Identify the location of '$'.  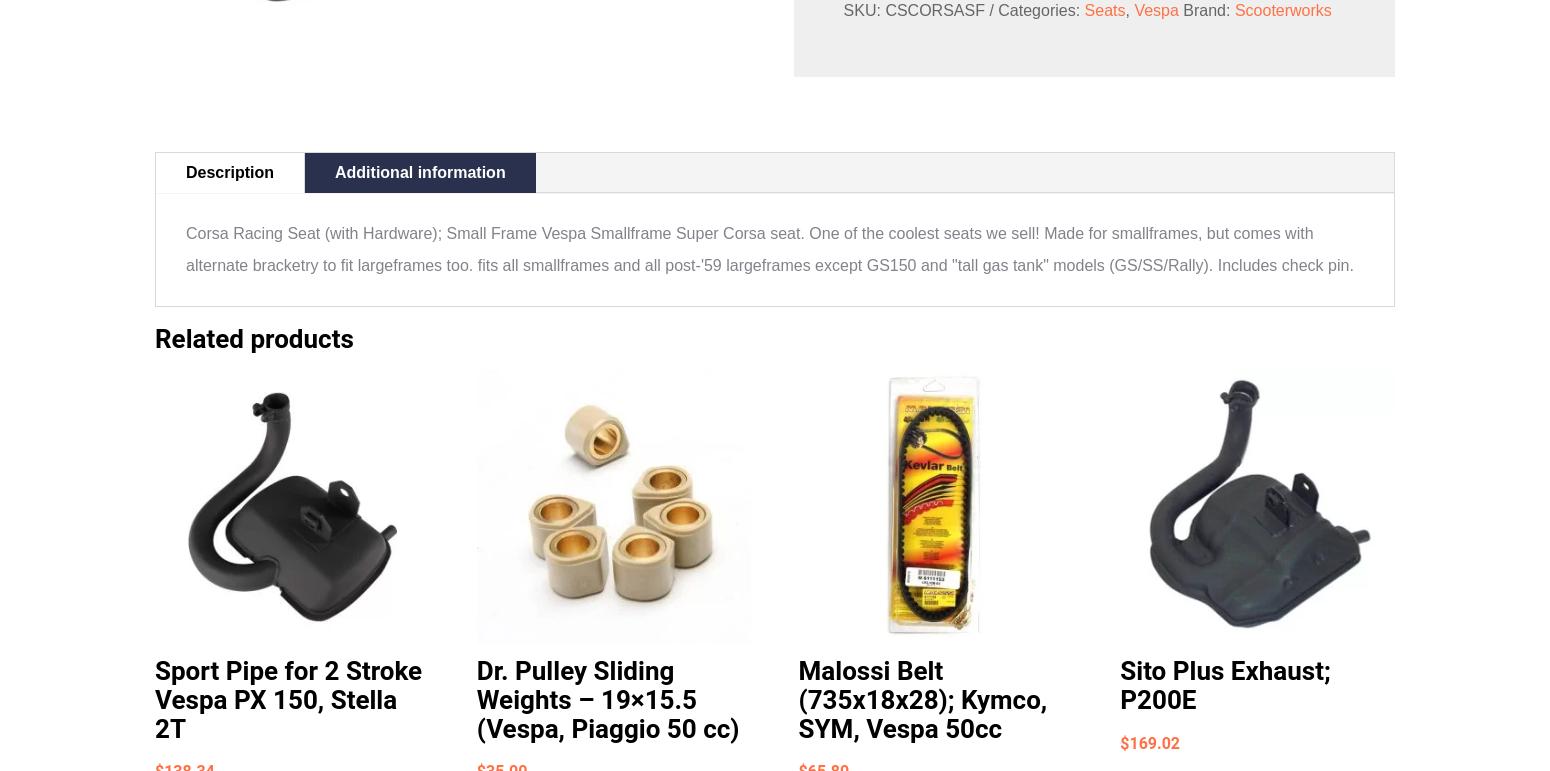
(1123, 741).